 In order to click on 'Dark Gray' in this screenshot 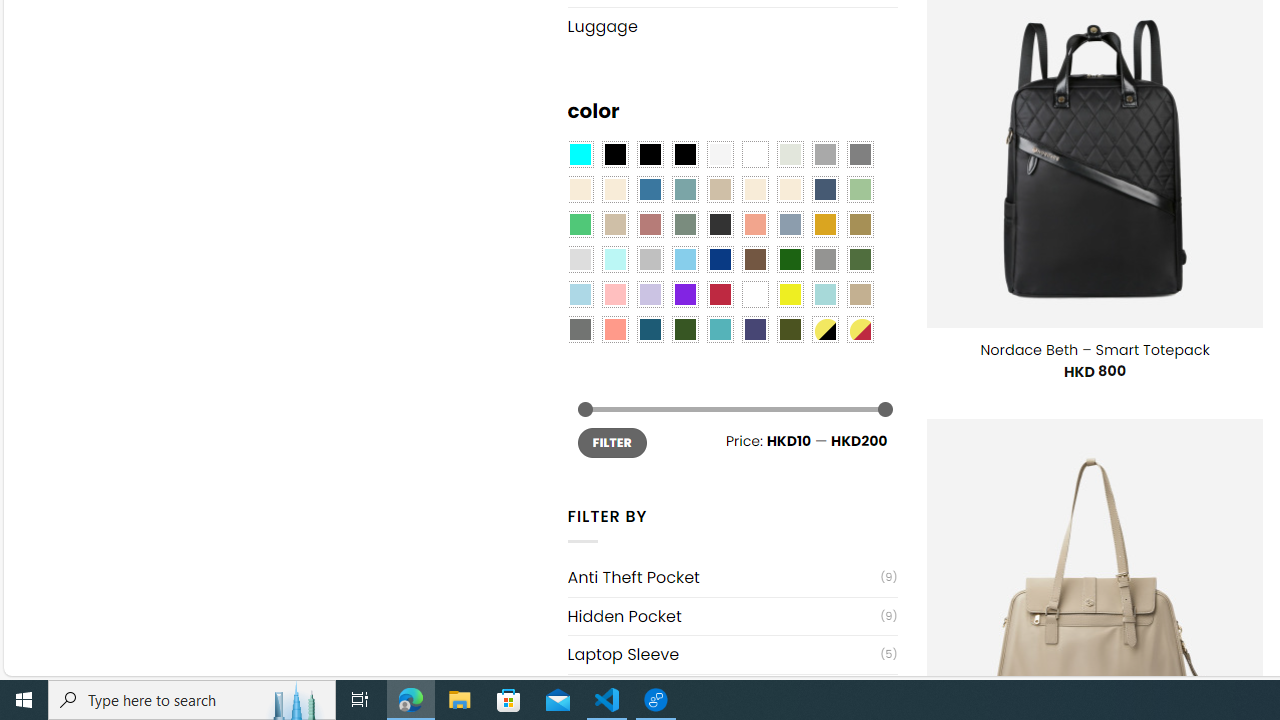, I will do `click(824, 153)`.